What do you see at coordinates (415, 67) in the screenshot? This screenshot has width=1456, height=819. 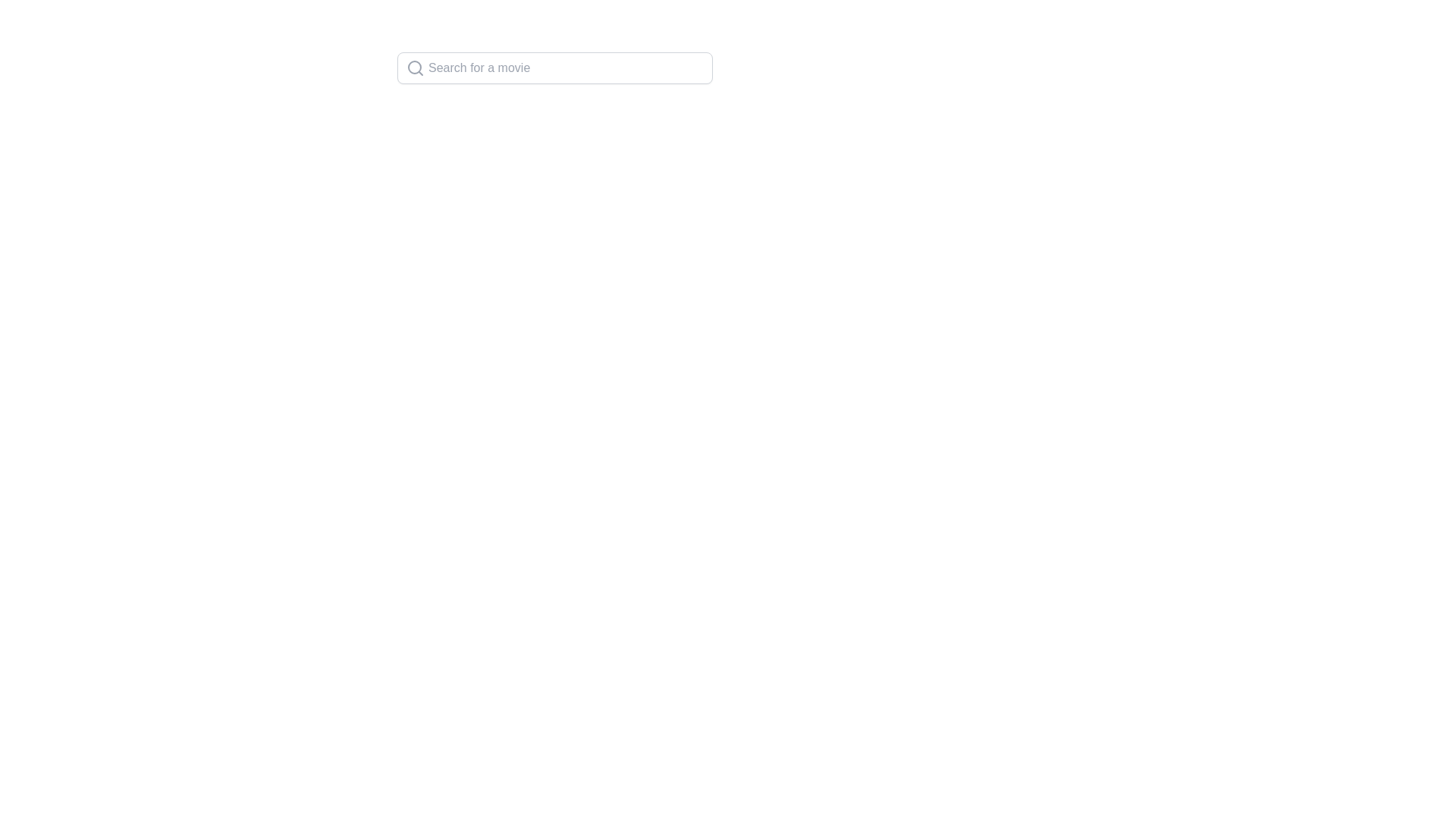 I see `the search icon, which is a gray magnifying glass symbol located to the left of the search input field with the placeholder text 'Search for a movie'` at bounding box center [415, 67].